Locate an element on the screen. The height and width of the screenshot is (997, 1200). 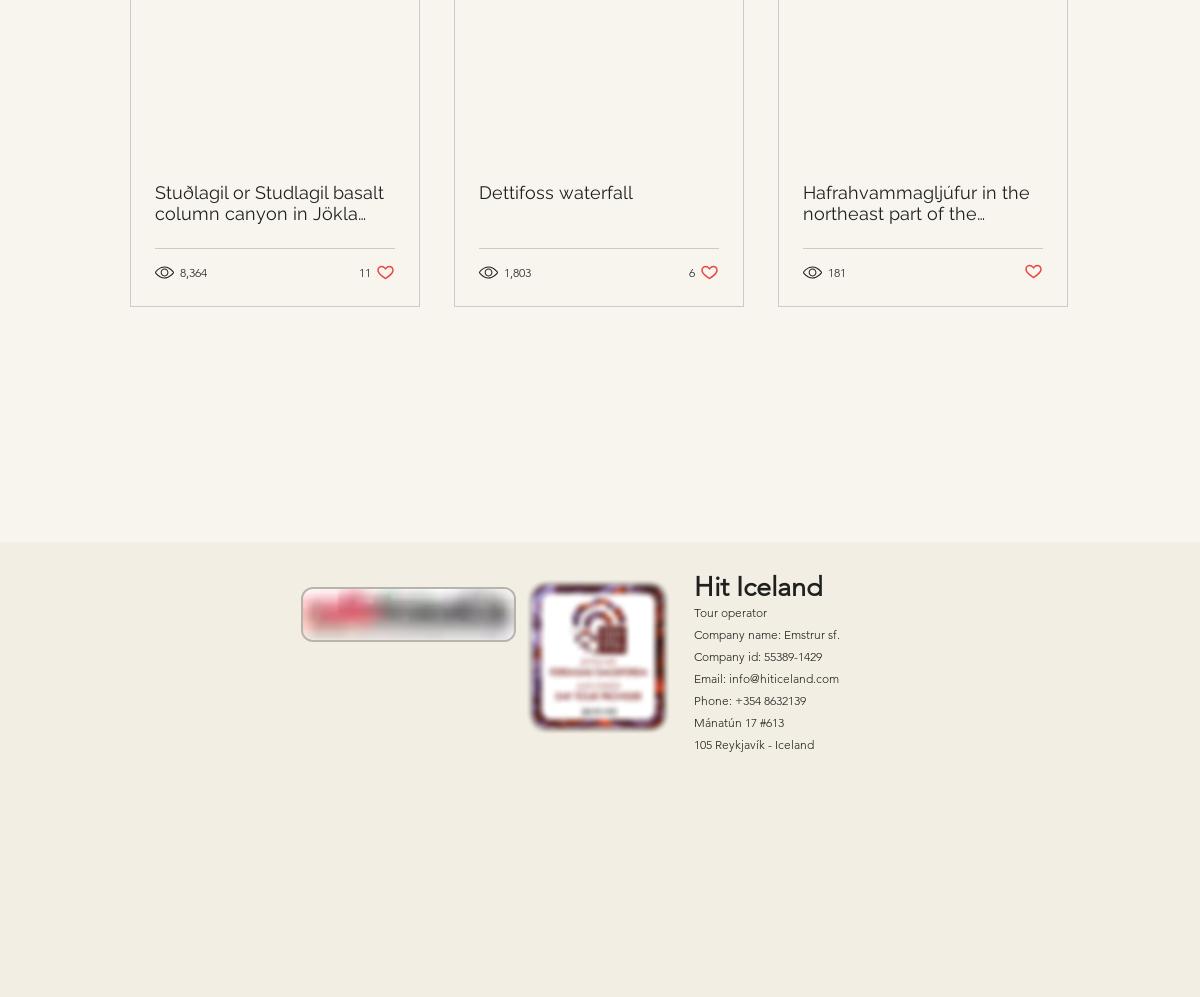
'1,803' is located at coordinates (516, 272).